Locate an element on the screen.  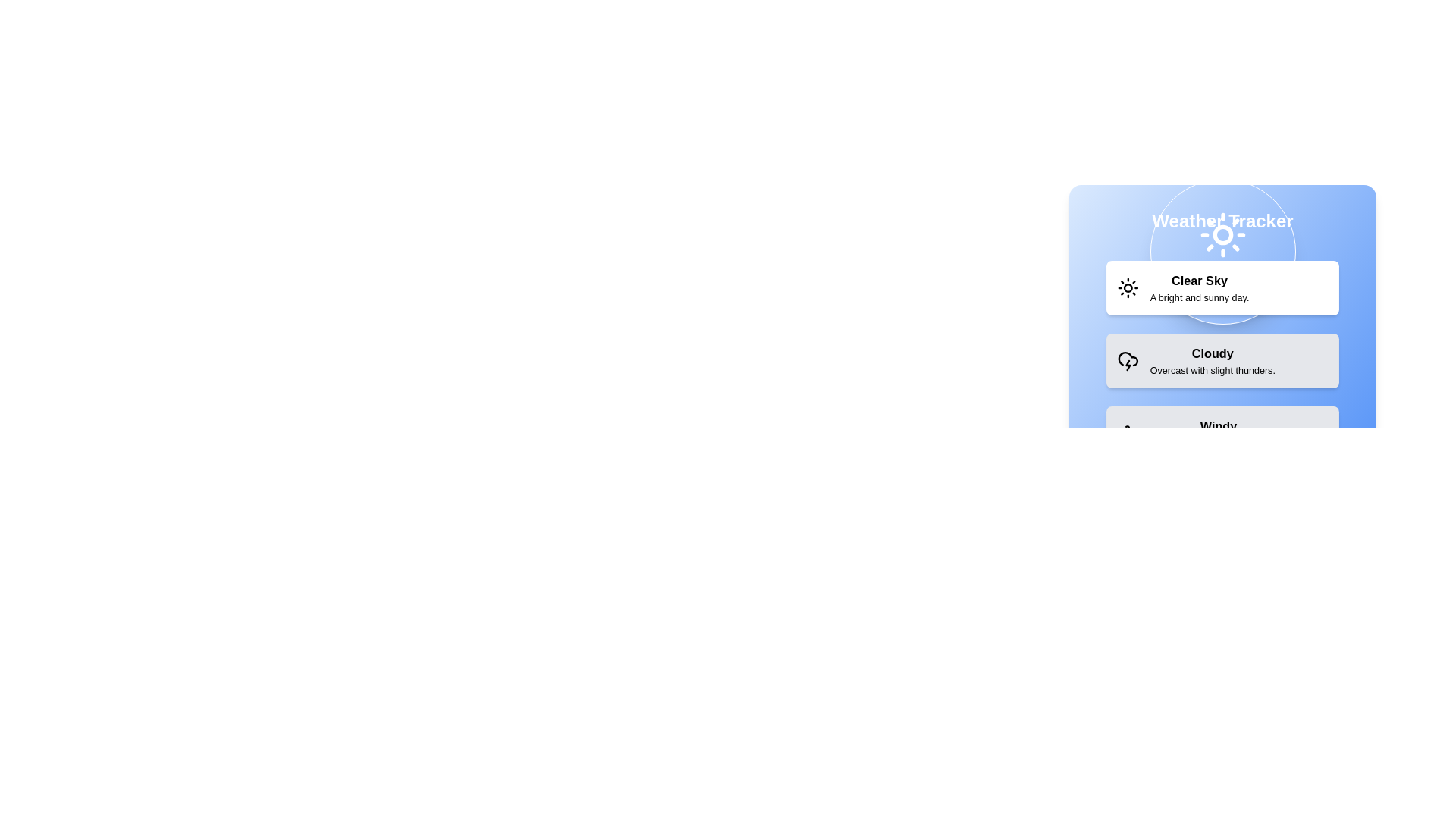
the sun icon located within the 'Clear Sky' card, which symbolizes clear weather, positioned to the left of the card's text content is located at coordinates (1128, 288).